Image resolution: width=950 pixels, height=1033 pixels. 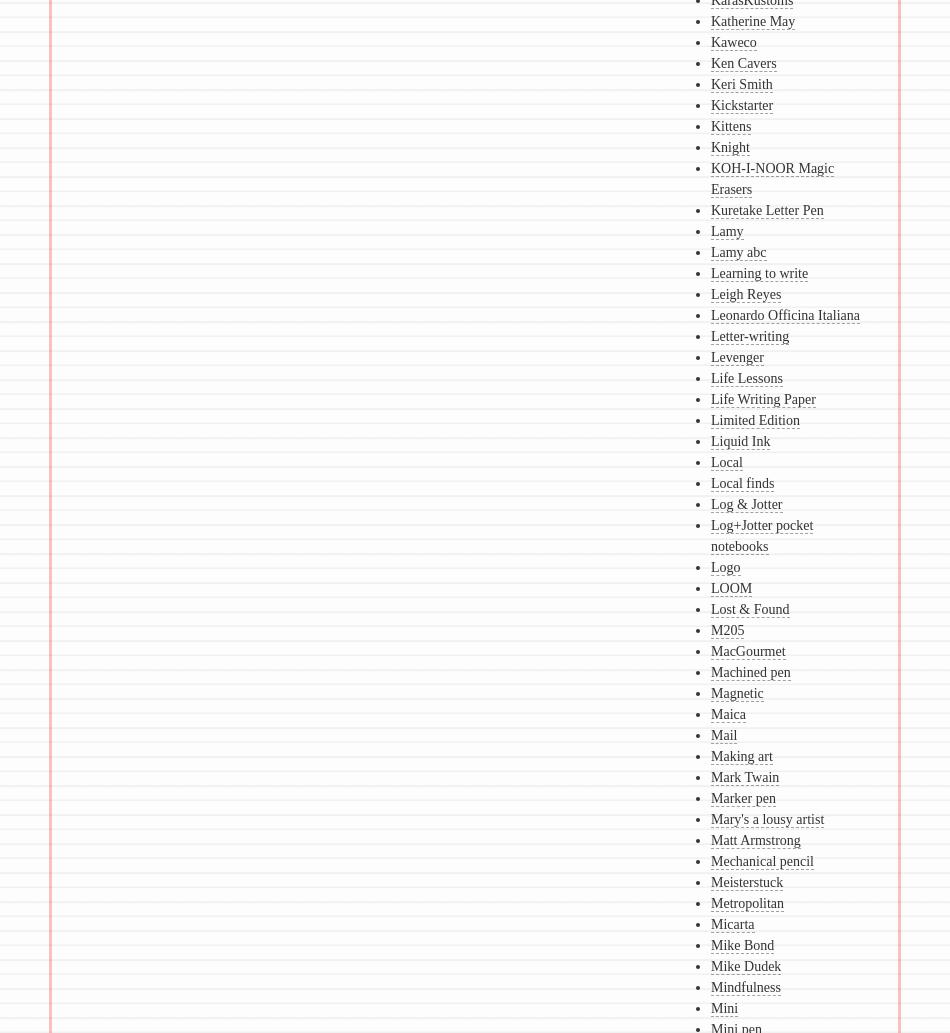 I want to click on 'Mechanical pencil', so click(x=760, y=861).